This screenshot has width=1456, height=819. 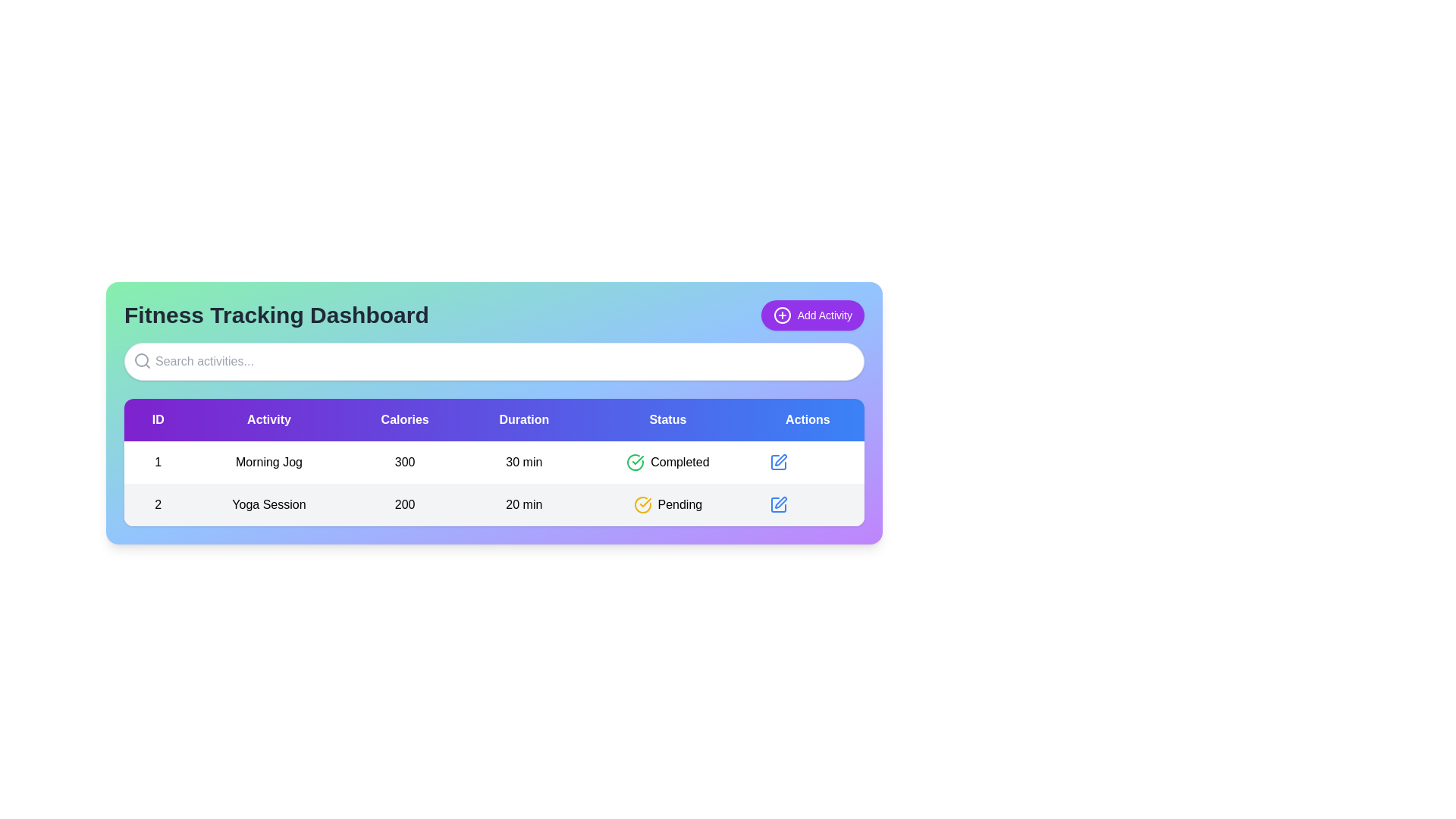 I want to click on the green checkmark icon, which denotes a positive or completed status, located in the 'Completed' column of the first row in the table, so click(x=638, y=459).